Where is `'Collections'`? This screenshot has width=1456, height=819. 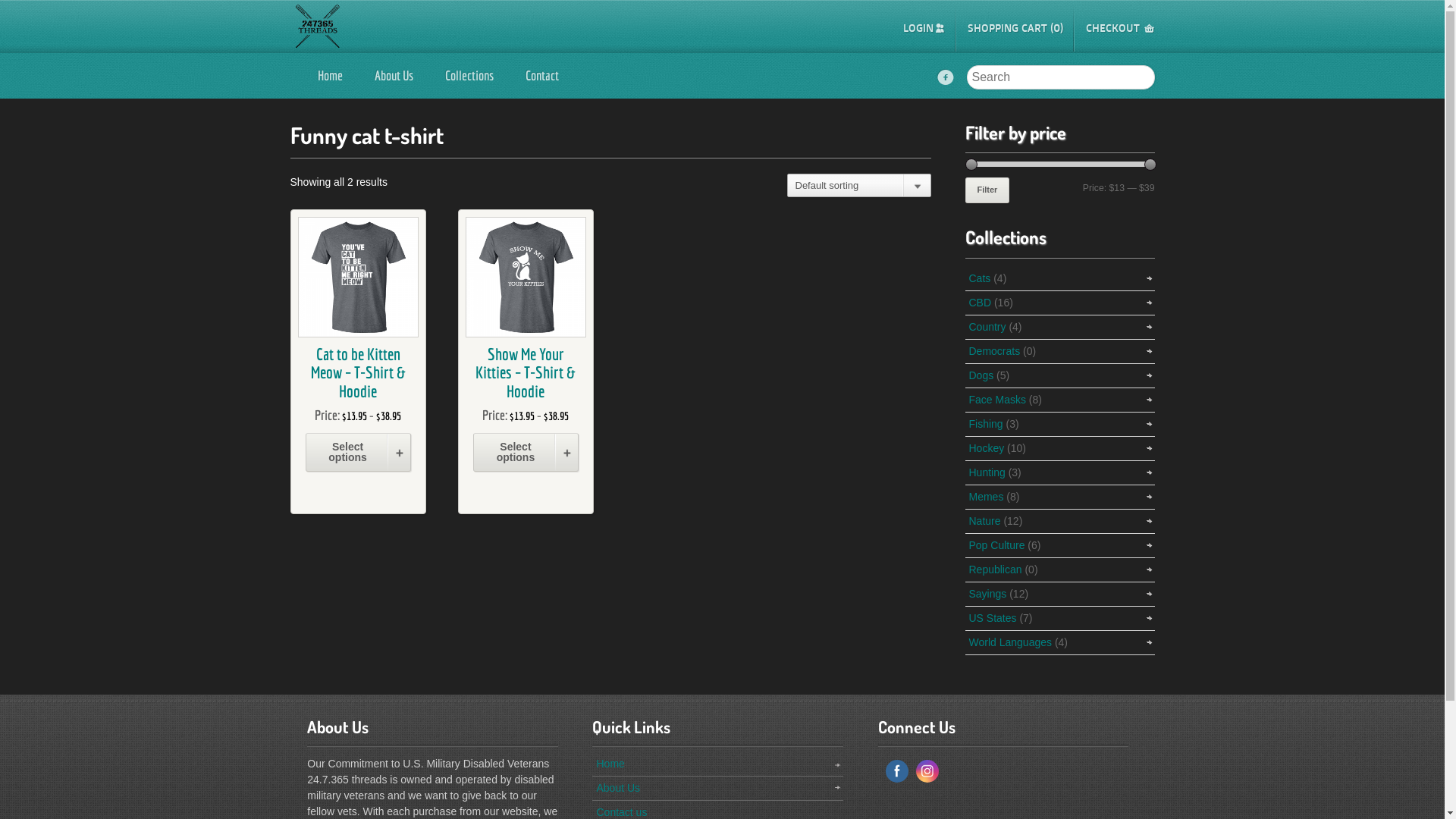 'Collections' is located at coordinates (428, 76).